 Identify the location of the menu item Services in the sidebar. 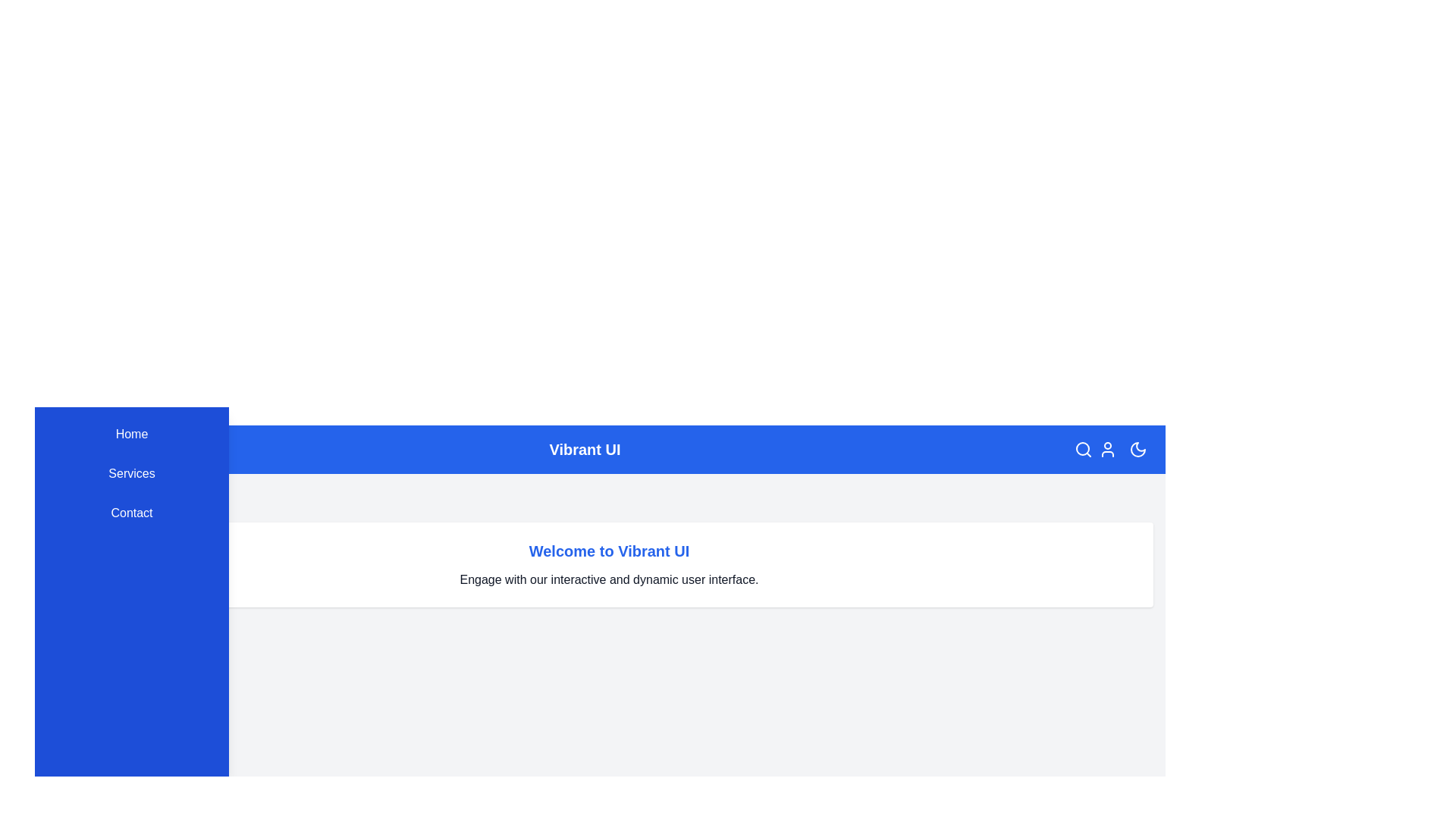
(131, 472).